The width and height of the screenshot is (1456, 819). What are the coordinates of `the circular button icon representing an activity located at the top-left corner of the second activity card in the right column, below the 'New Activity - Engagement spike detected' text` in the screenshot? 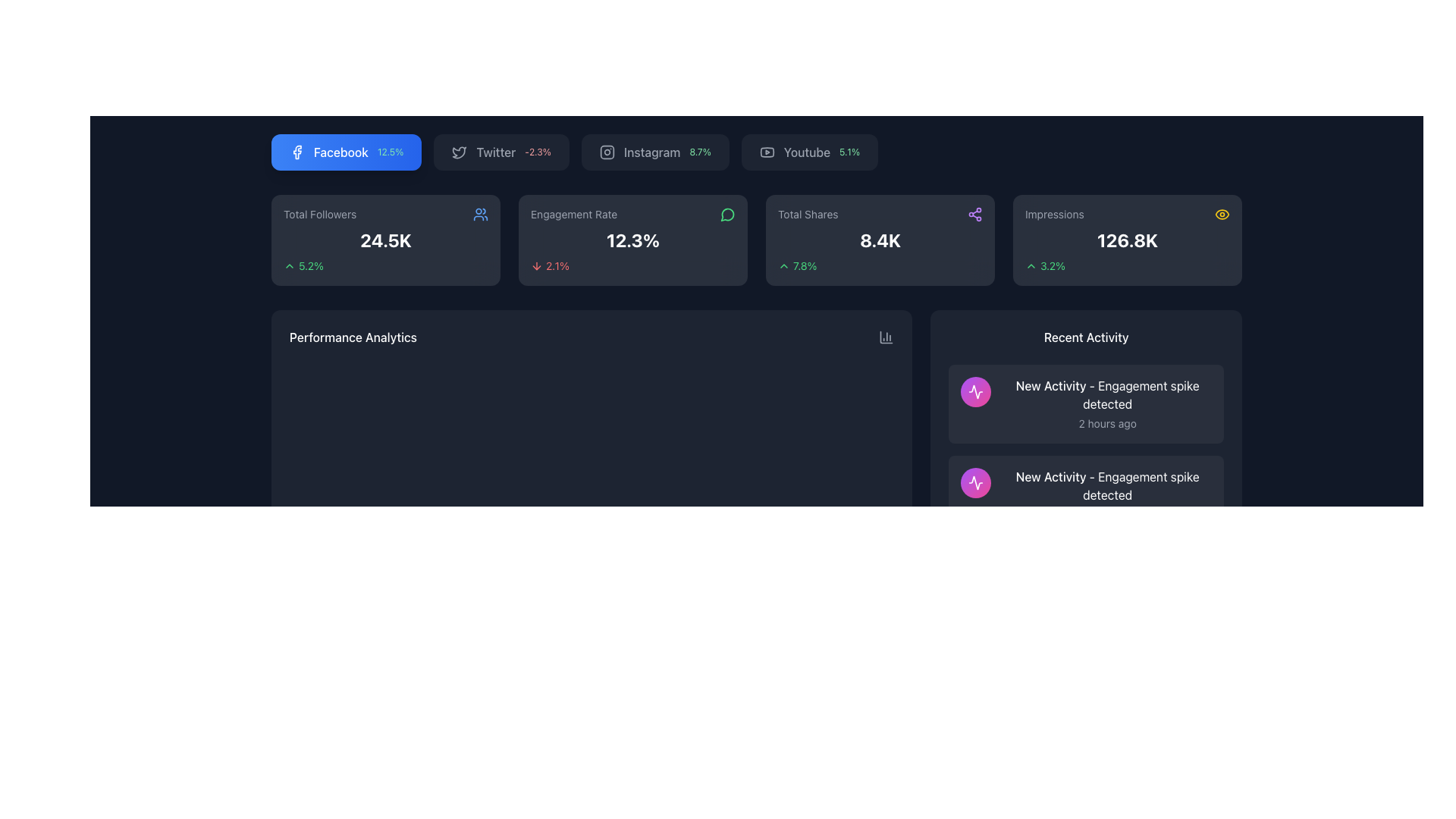 It's located at (976, 482).